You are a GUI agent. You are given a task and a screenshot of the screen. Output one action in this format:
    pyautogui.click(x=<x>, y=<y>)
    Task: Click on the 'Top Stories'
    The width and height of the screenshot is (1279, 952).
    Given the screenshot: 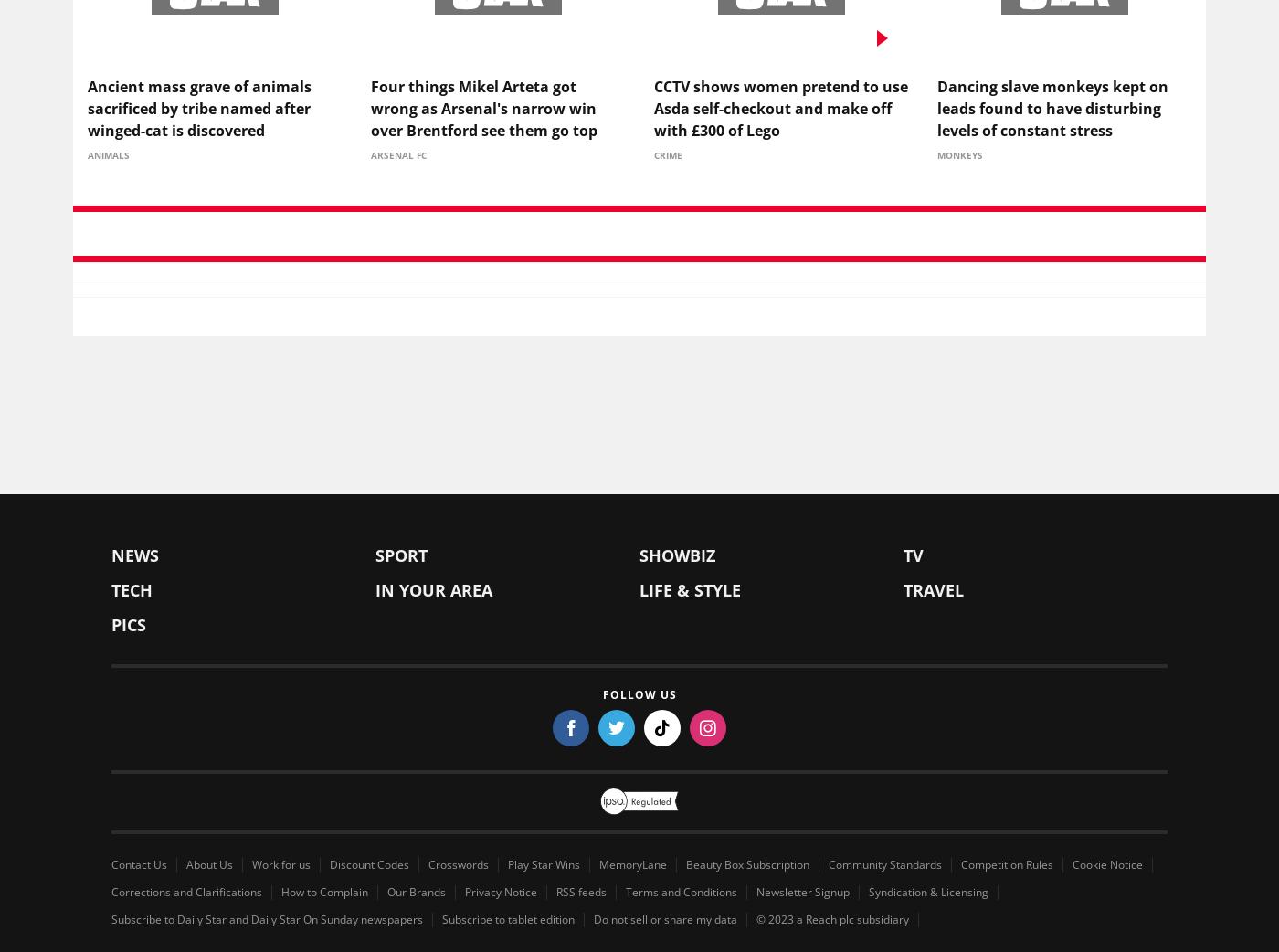 What is the action you would take?
    pyautogui.click(x=102, y=204)
    